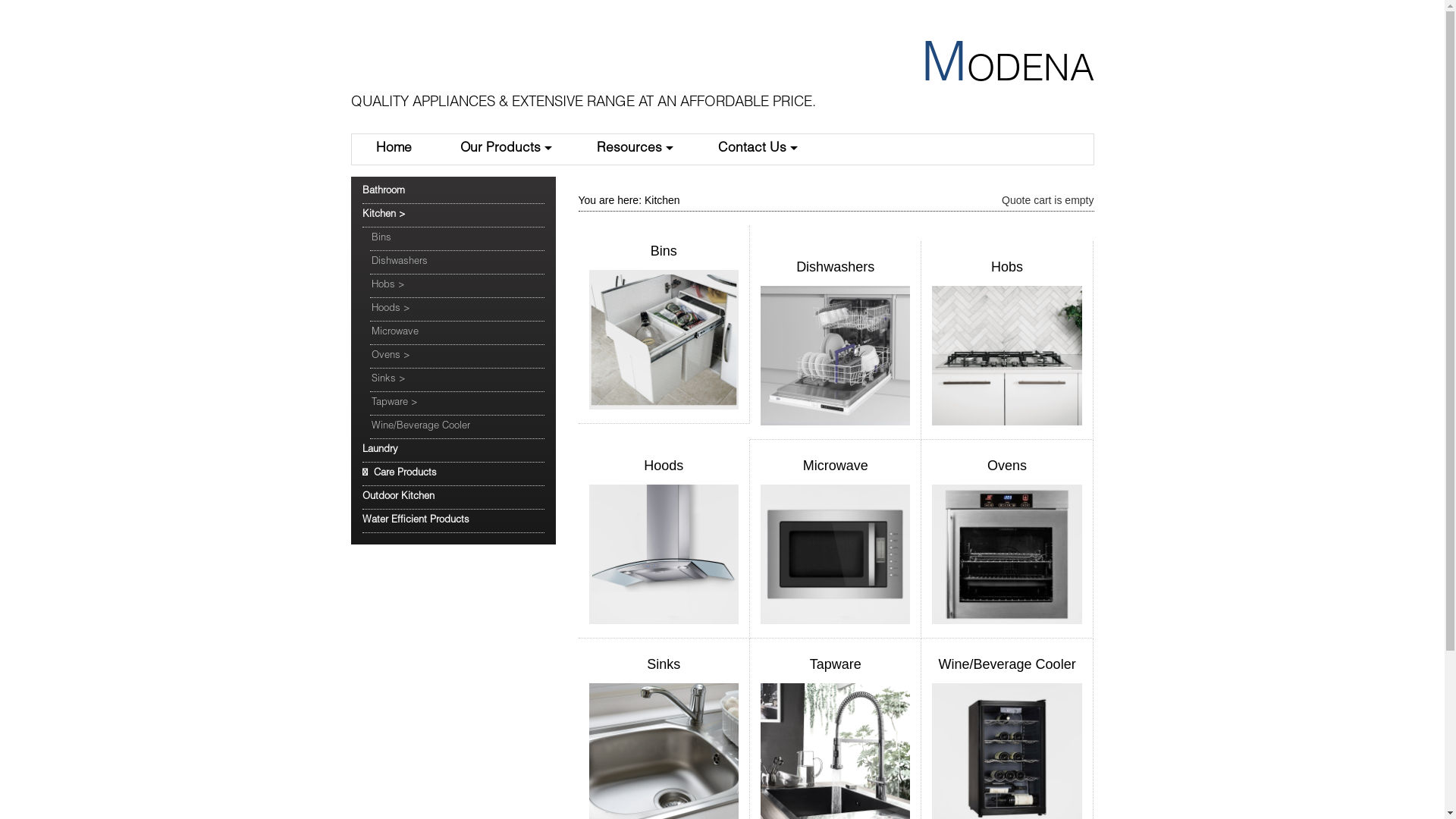 Image resolution: width=1456 pixels, height=819 pixels. Describe the element at coordinates (662, 199) in the screenshot. I see `'Kitchen'` at that location.